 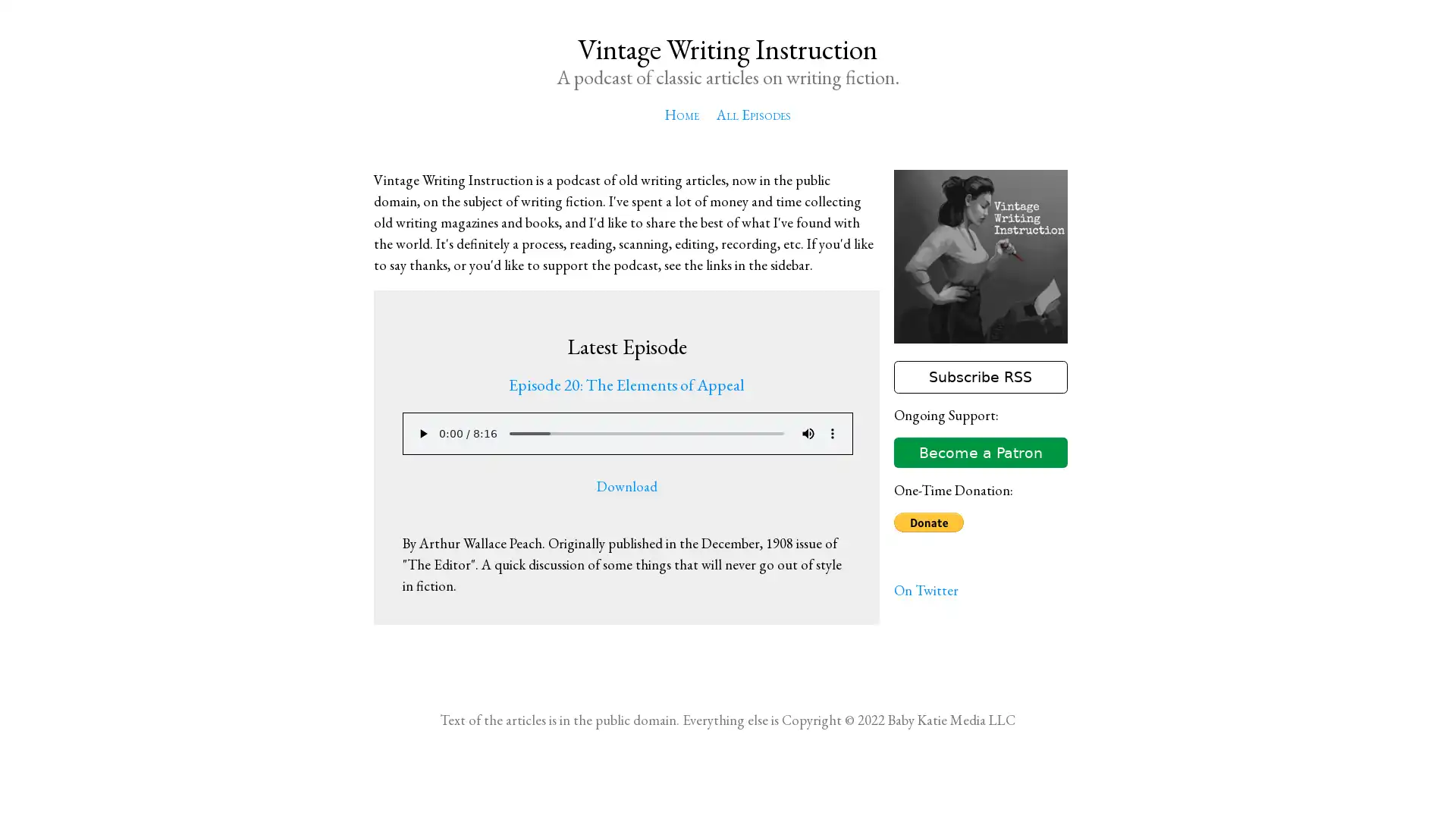 What do you see at coordinates (422, 433) in the screenshot?
I see `play` at bounding box center [422, 433].